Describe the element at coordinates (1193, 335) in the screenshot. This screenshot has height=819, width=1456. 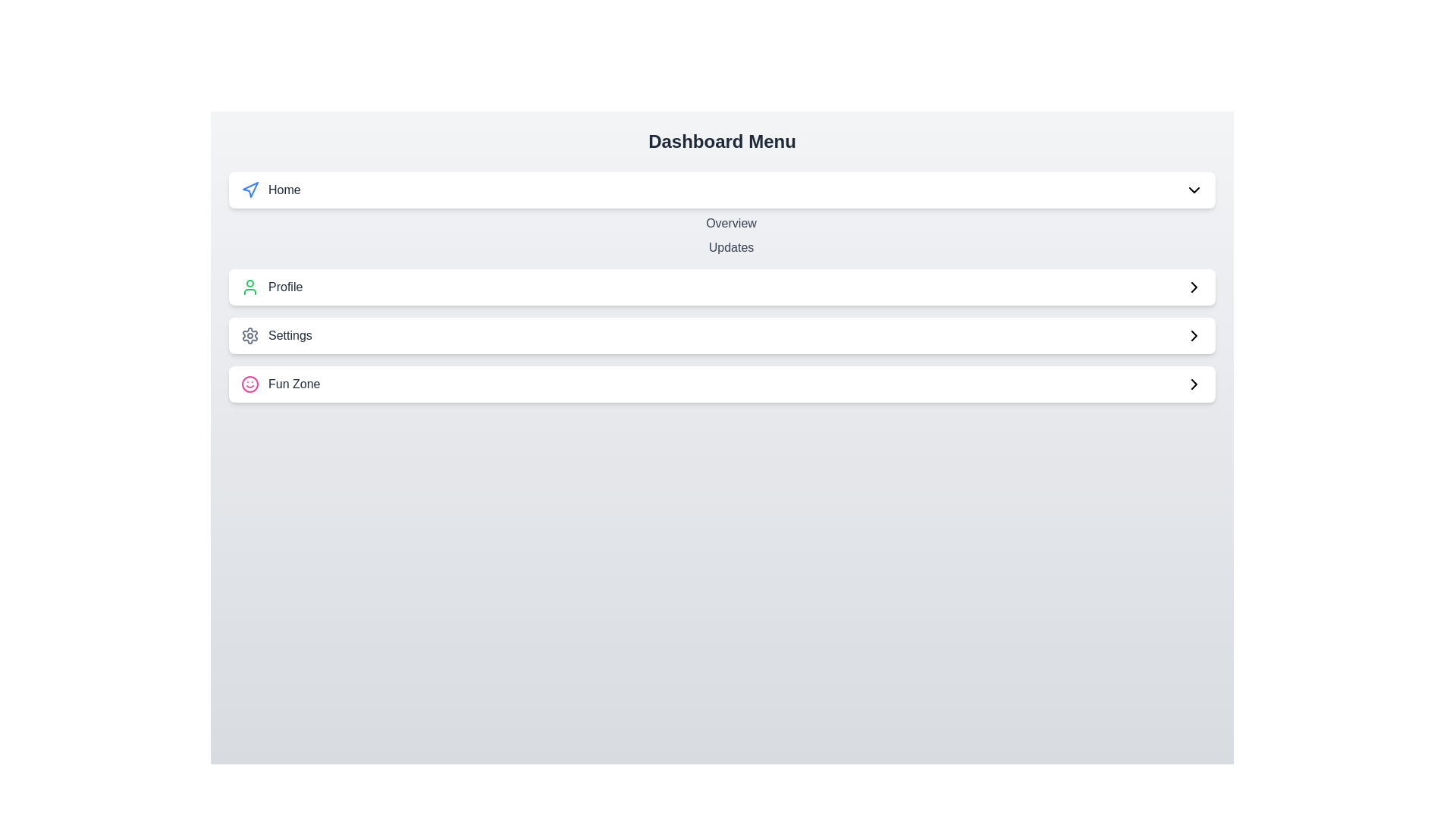
I see `the navigation icon in the 'Settings' menu` at that location.